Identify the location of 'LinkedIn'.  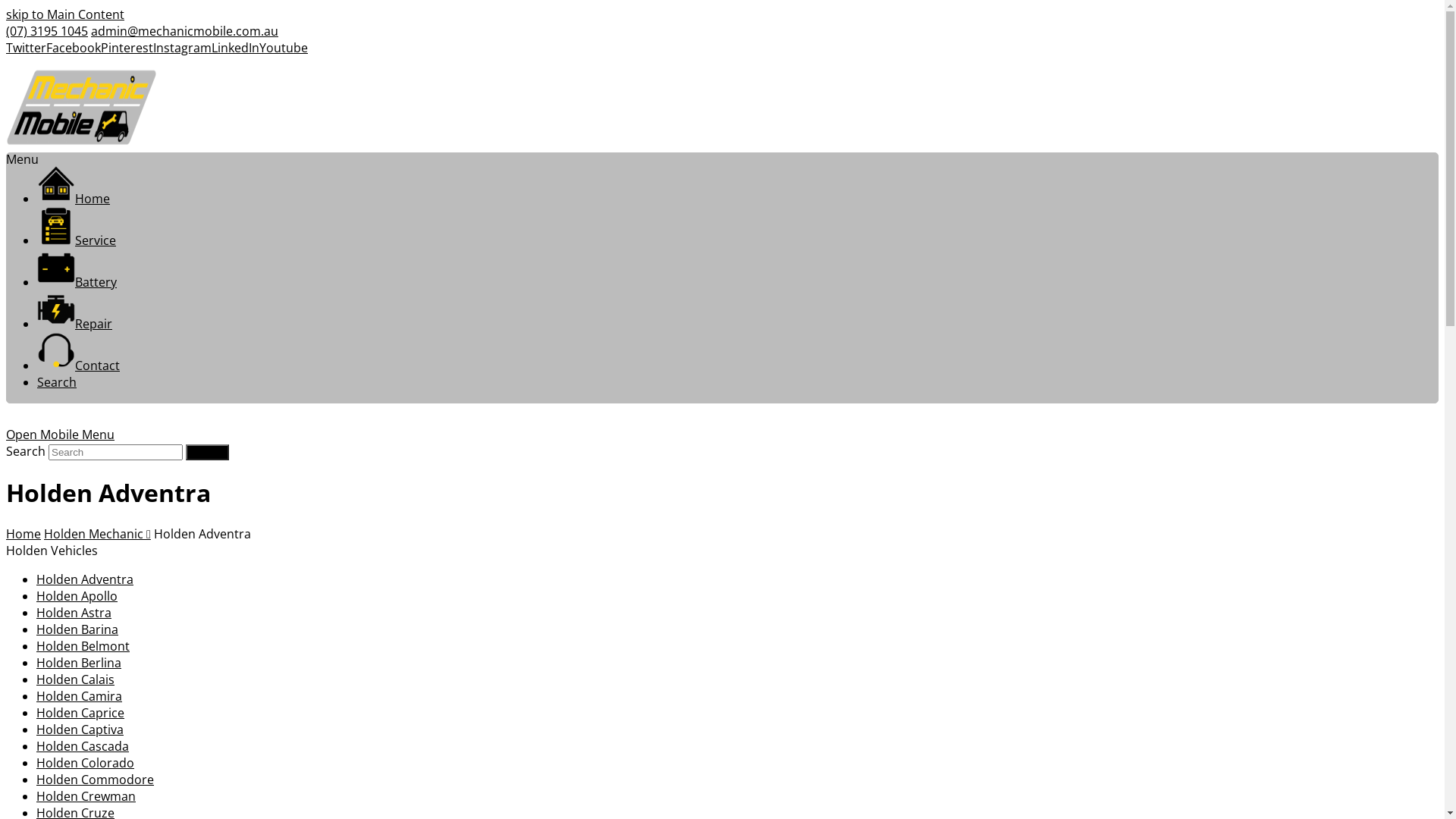
(210, 46).